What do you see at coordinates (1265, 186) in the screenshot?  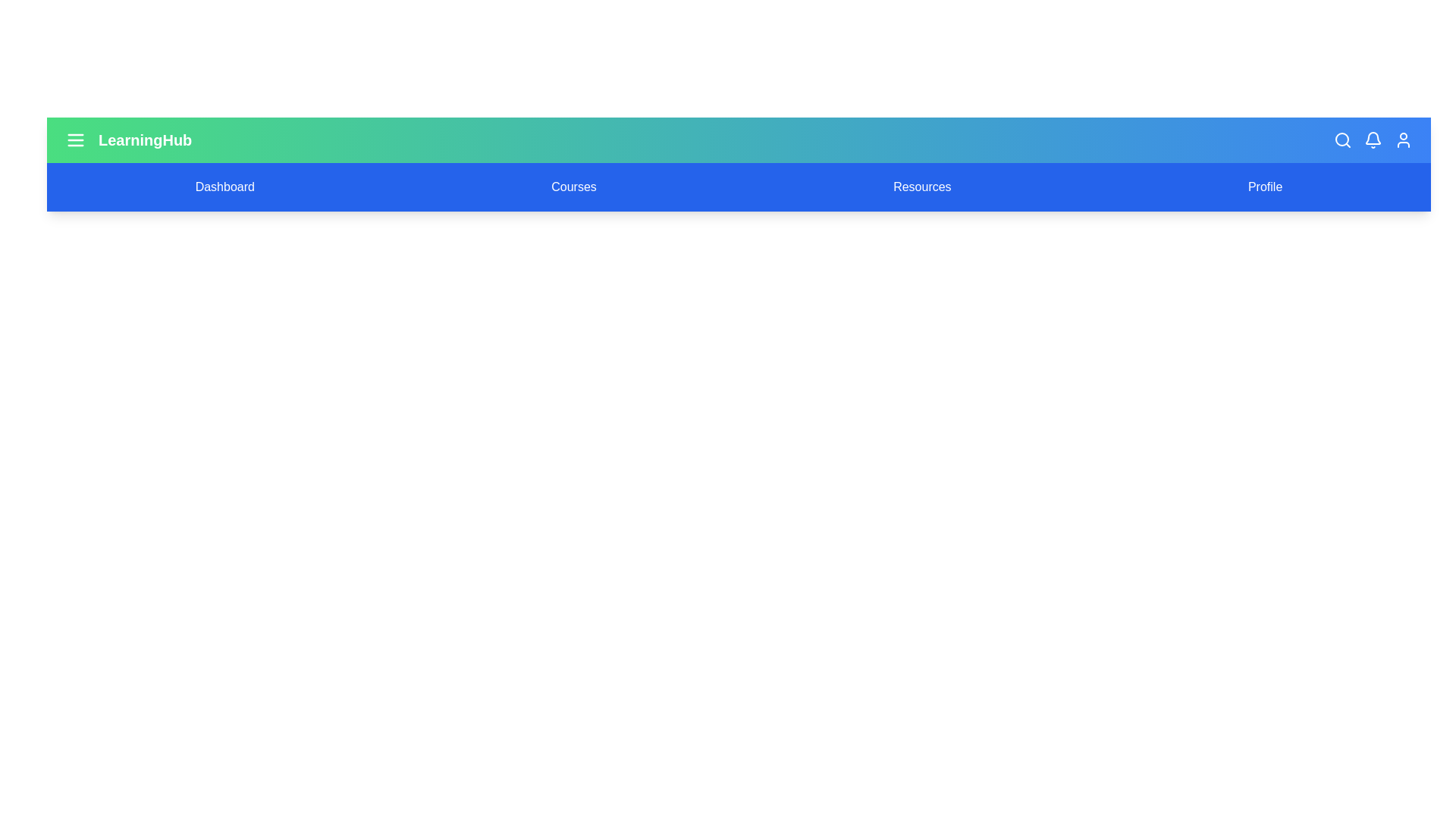 I see `the navigation item Profile` at bounding box center [1265, 186].